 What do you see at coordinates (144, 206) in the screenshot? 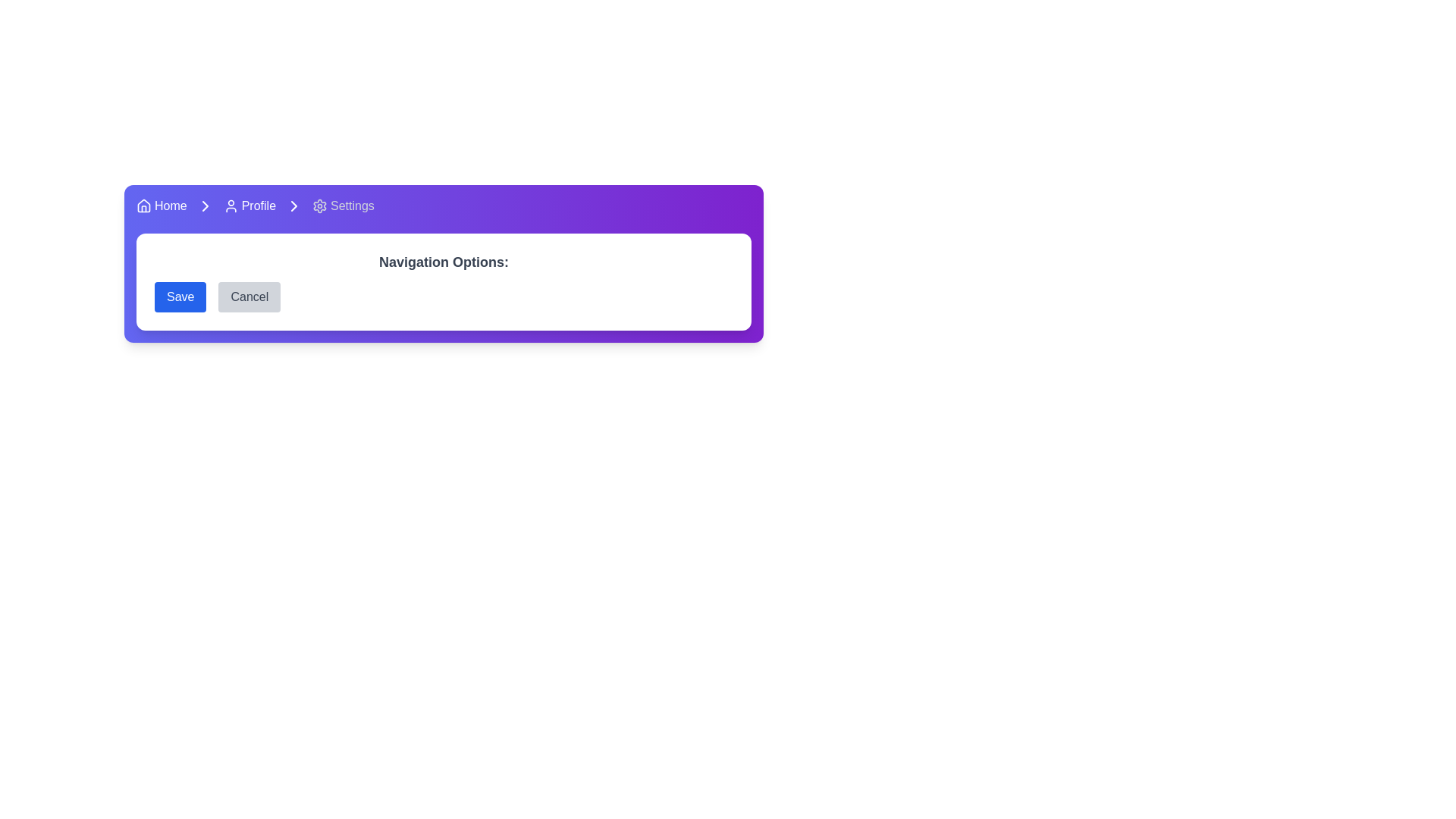
I see `the house icon in the navigation bar` at bounding box center [144, 206].